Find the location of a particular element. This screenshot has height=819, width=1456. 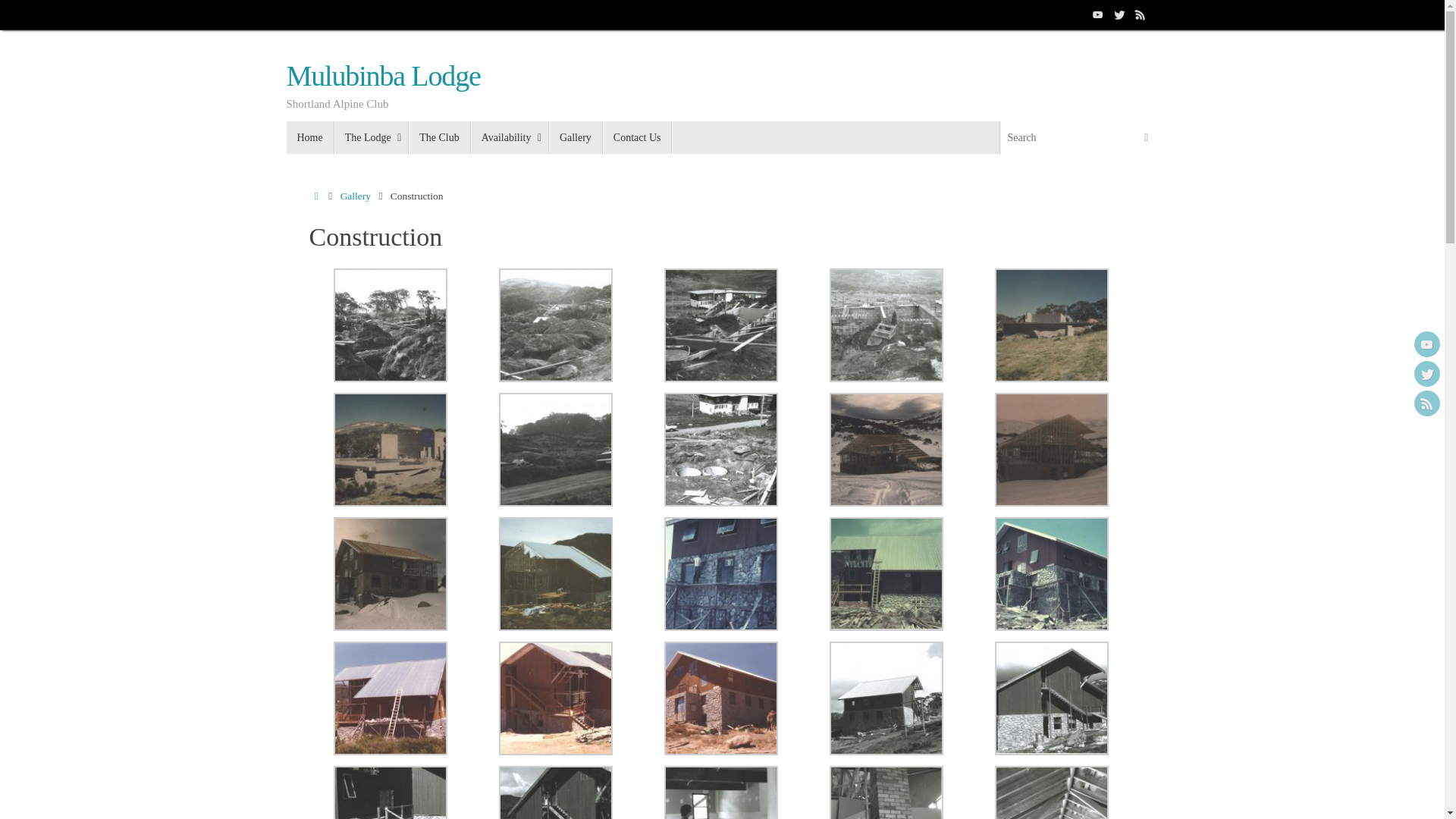

'YouTube' is located at coordinates (1426, 344).